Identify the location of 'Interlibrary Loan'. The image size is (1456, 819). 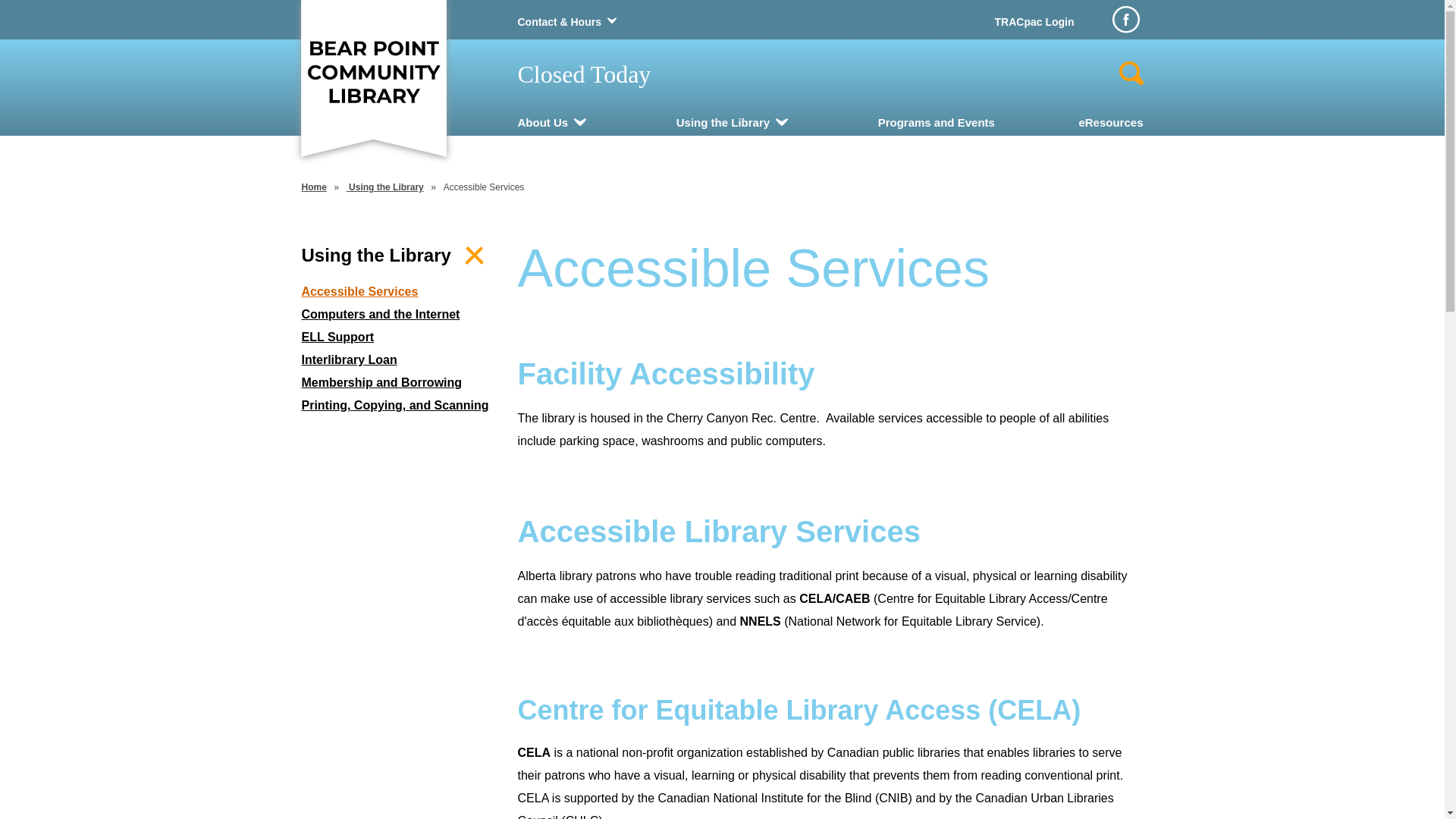
(302, 359).